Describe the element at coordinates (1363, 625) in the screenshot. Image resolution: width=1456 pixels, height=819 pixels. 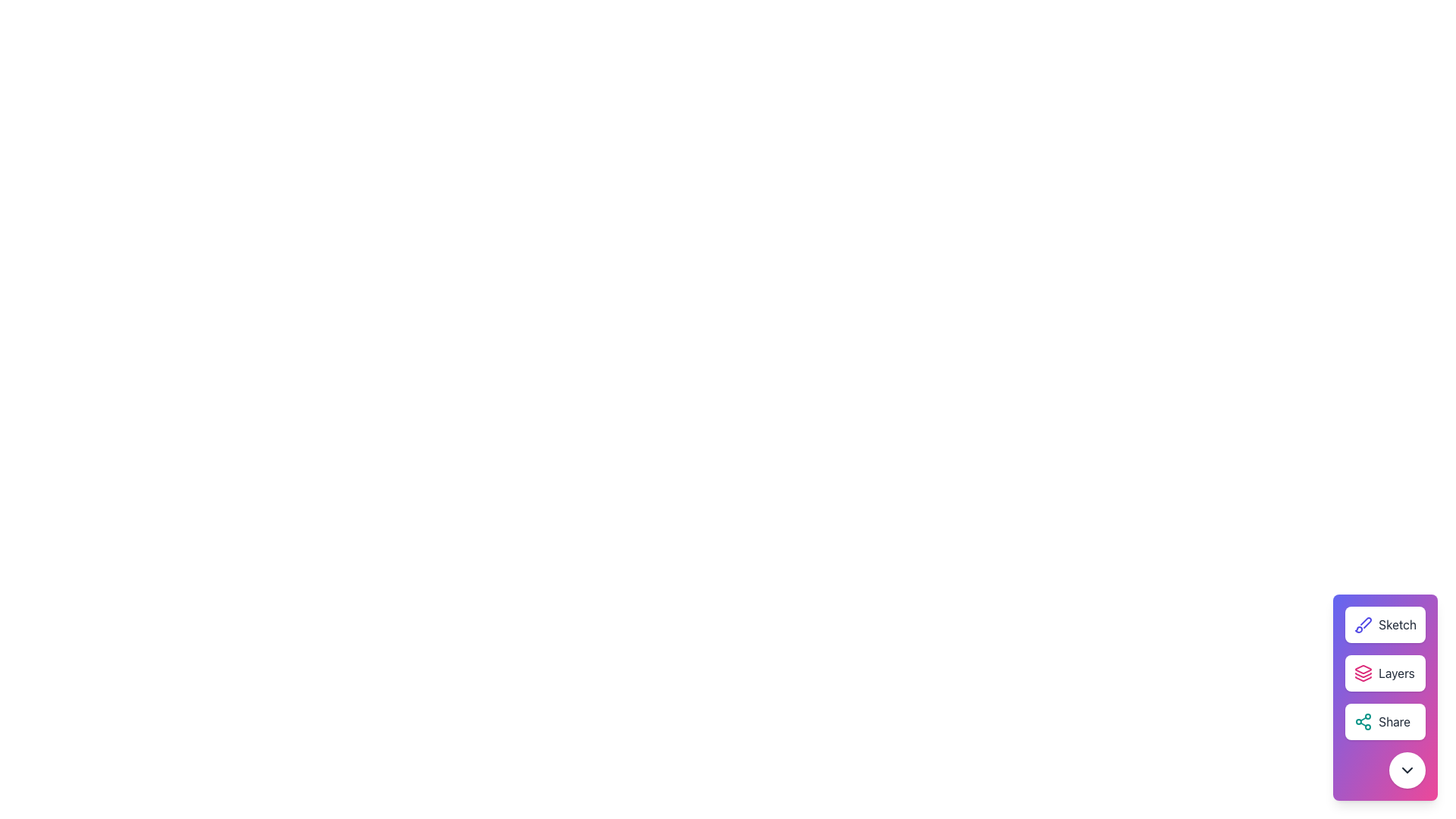
I see `the 'Sketch' icon located at the top of the vertical menu` at that location.